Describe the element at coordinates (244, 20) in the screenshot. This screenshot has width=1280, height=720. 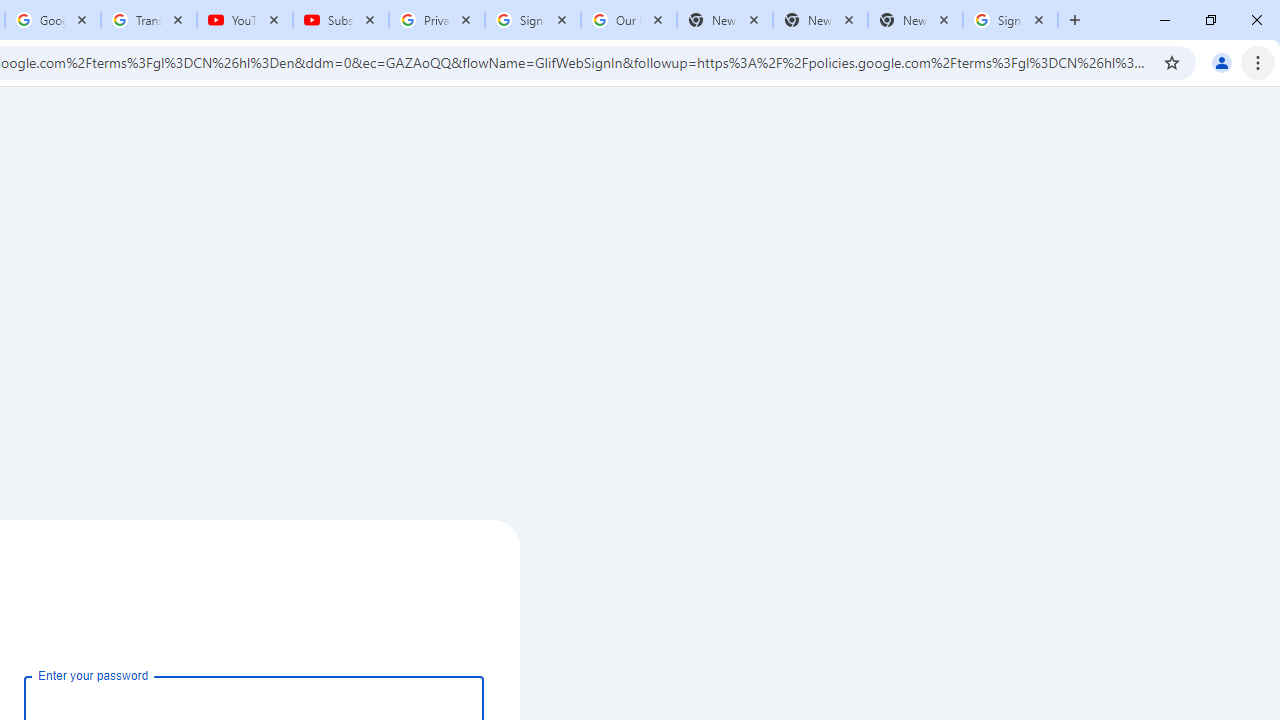
I see `'YouTube'` at that location.